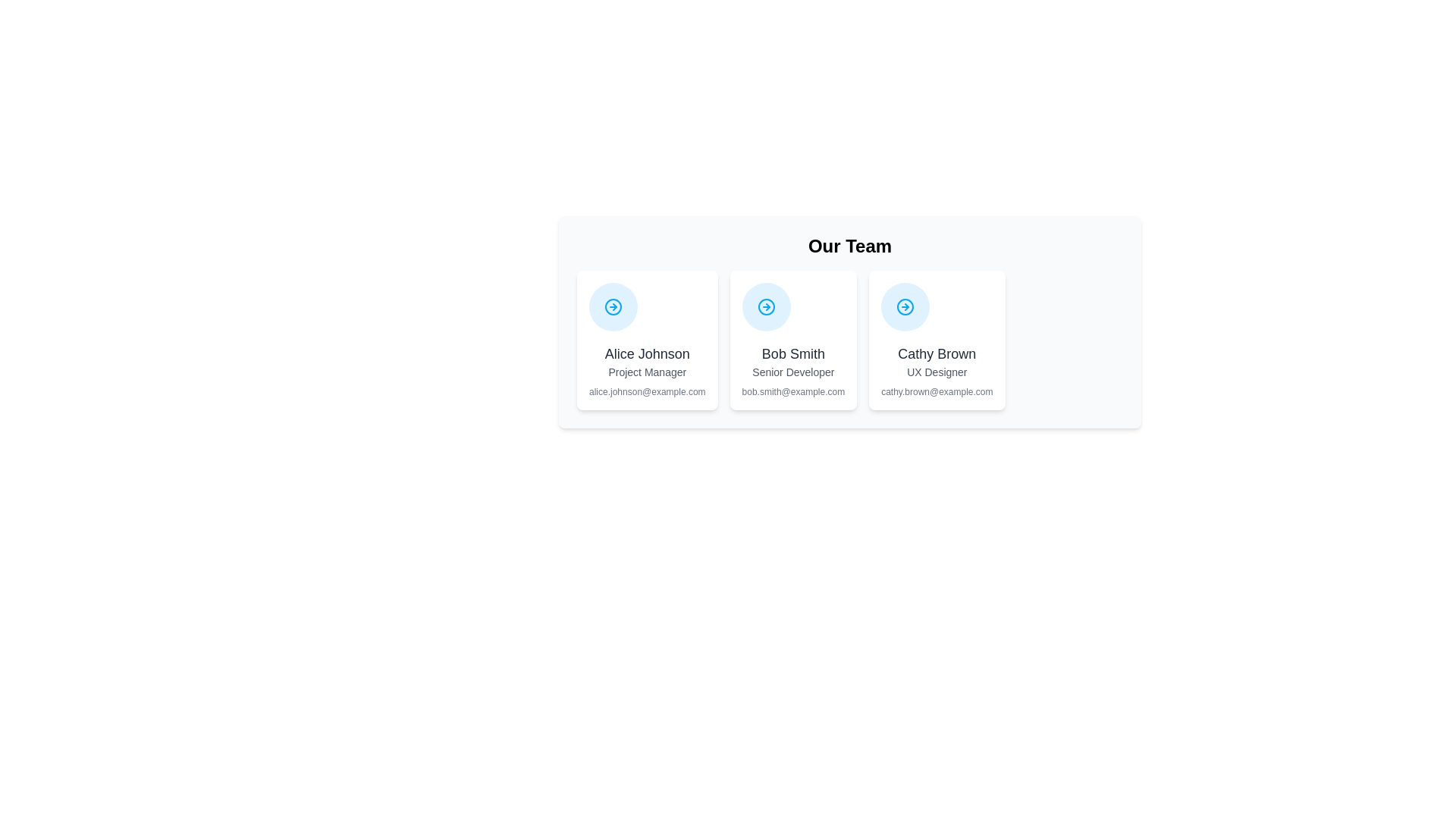  Describe the element at coordinates (613, 307) in the screenshot. I see `the circular navigation icon with a pale blue background and a right-pointing arrow, located in the upper portion of the card labeled 'Alice Johnson'` at that location.